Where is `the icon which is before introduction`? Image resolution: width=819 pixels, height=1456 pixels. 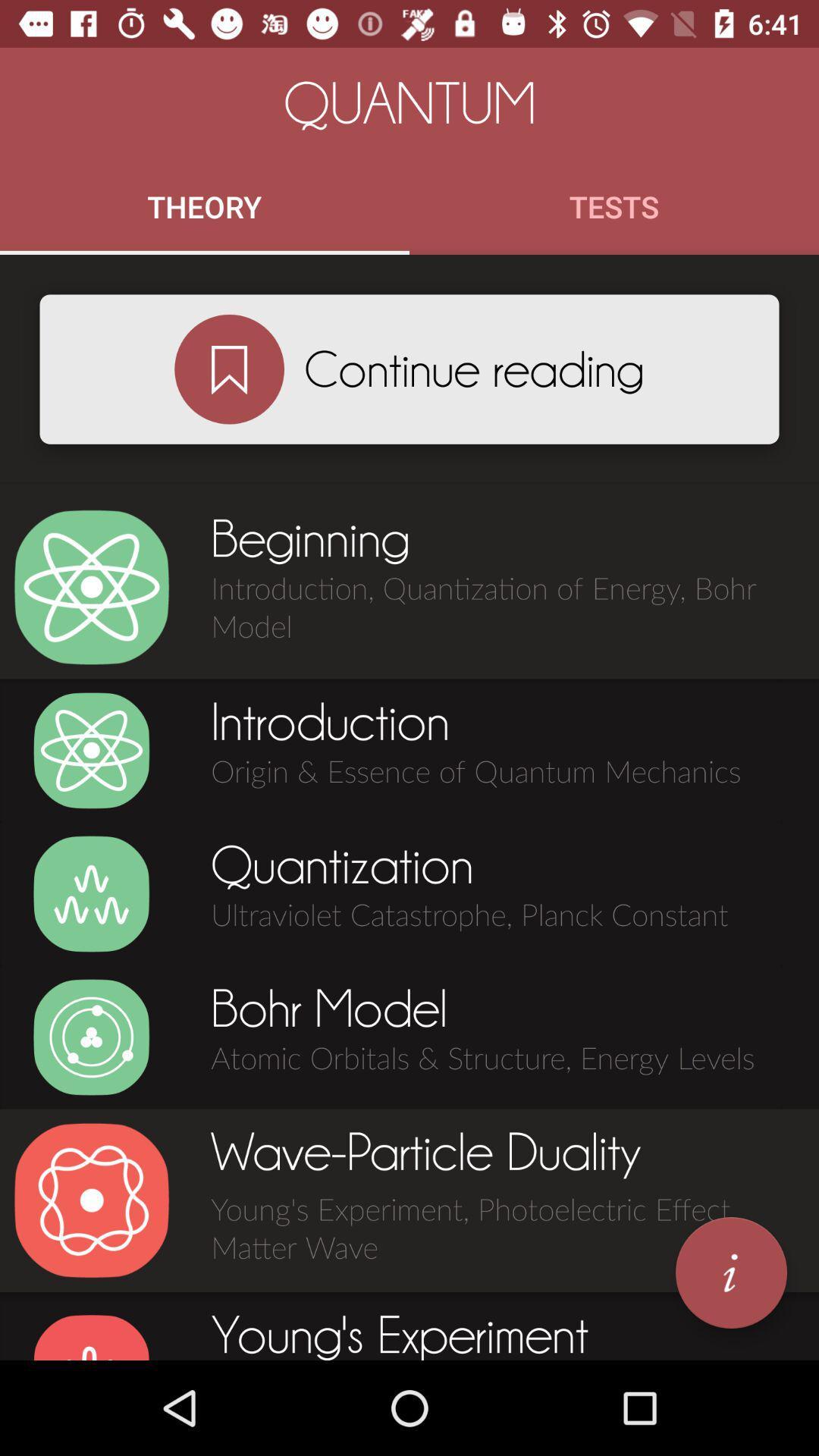 the icon which is before introduction is located at coordinates (91, 750).